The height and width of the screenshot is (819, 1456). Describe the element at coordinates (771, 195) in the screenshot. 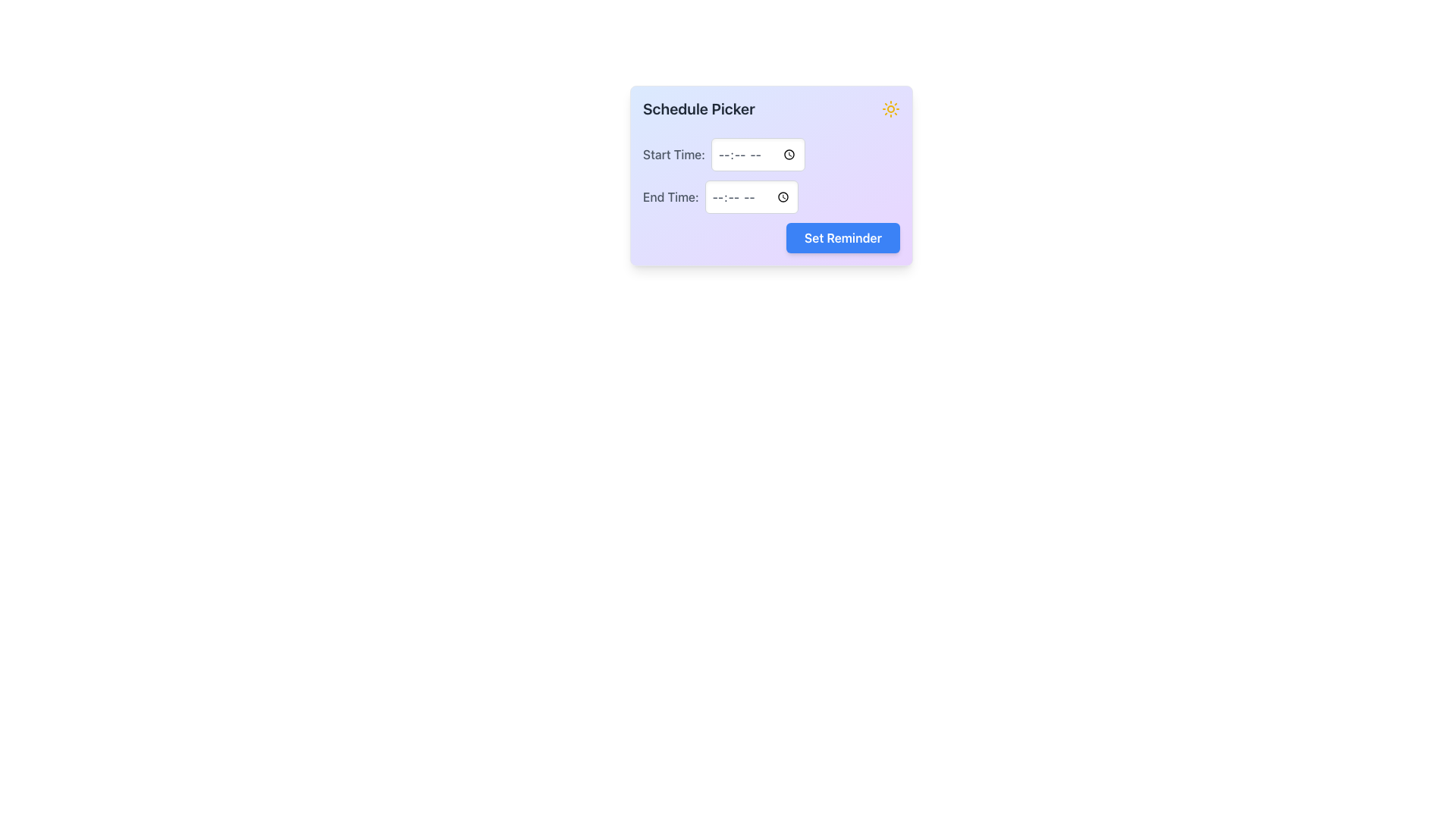

I see `the 'Start Time' or 'End Time' input fields in the Schedule Picker panel` at that location.